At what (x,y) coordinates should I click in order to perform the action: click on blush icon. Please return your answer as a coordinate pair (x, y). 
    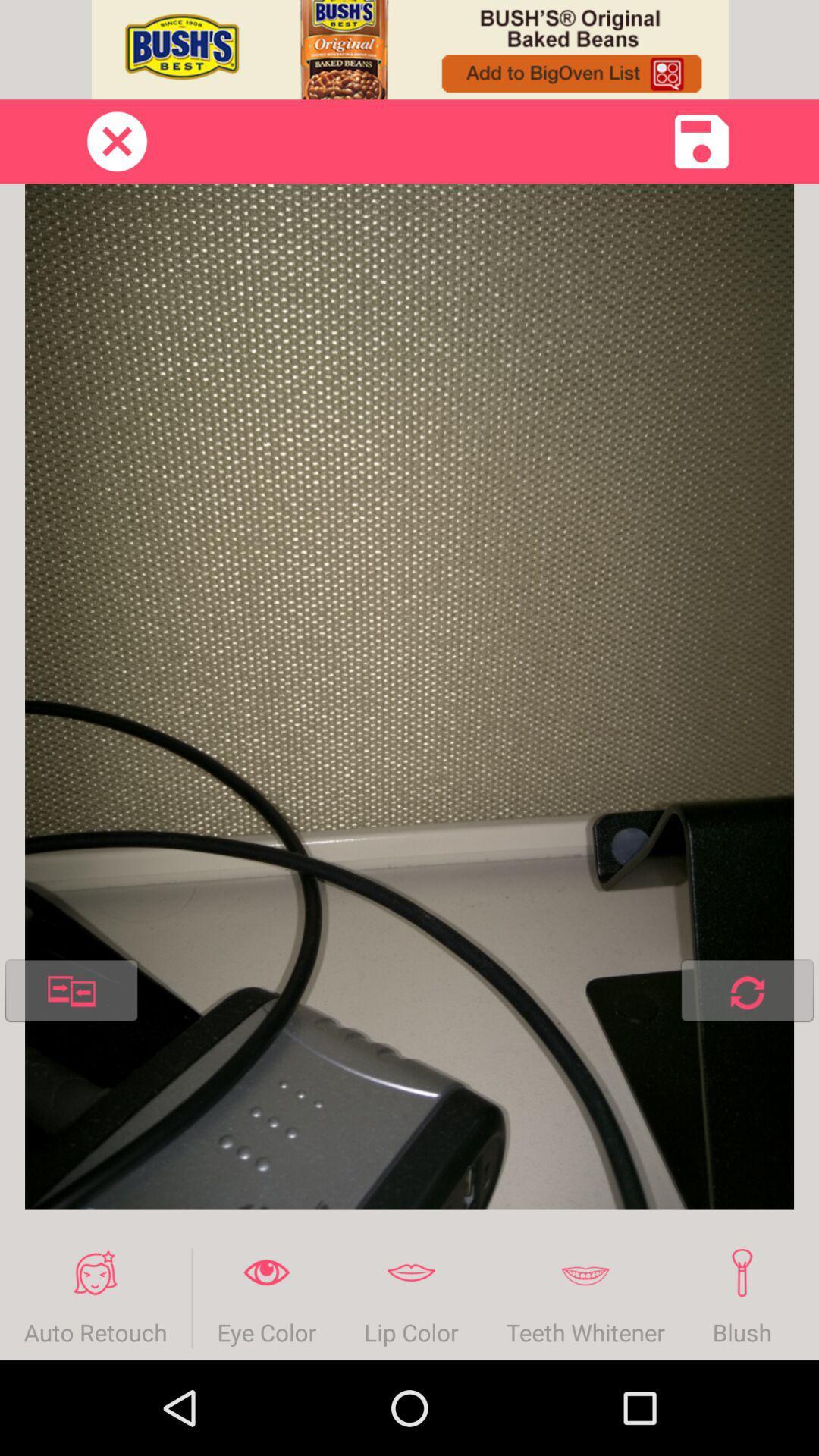
    Looking at the image, I should click on (741, 1298).